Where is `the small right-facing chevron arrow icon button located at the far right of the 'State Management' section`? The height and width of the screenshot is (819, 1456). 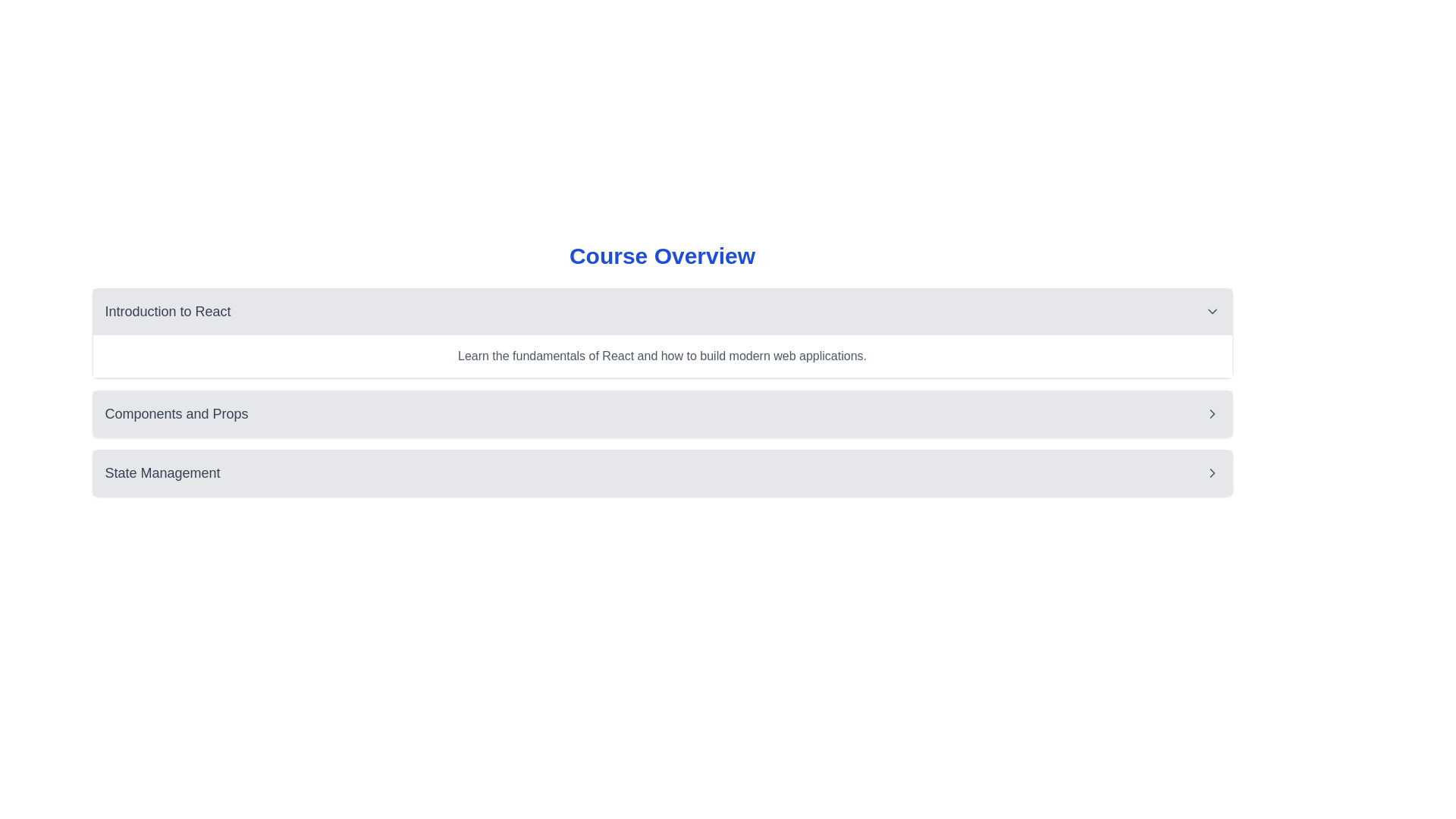 the small right-facing chevron arrow icon button located at the far right of the 'State Management' section is located at coordinates (1211, 472).